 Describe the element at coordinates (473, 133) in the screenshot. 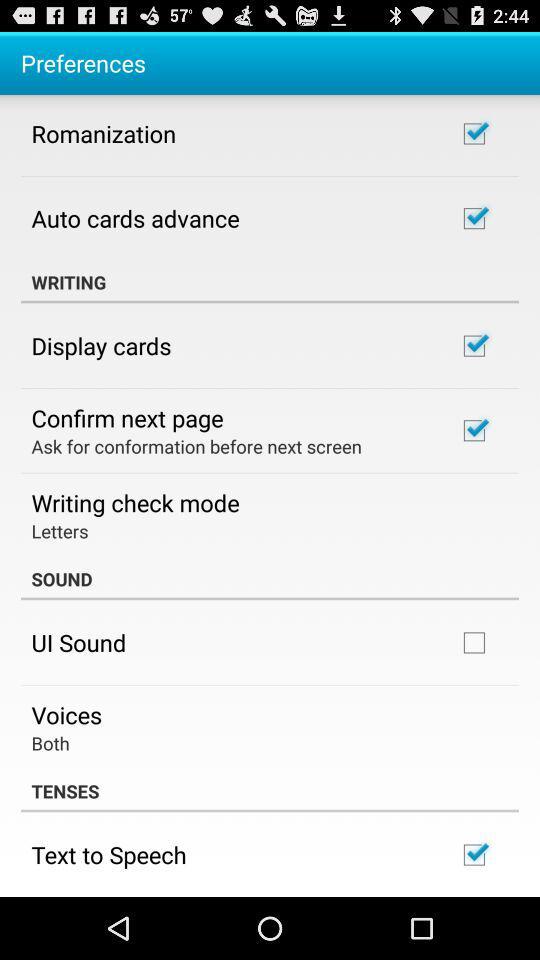

I see `first checkbox` at that location.